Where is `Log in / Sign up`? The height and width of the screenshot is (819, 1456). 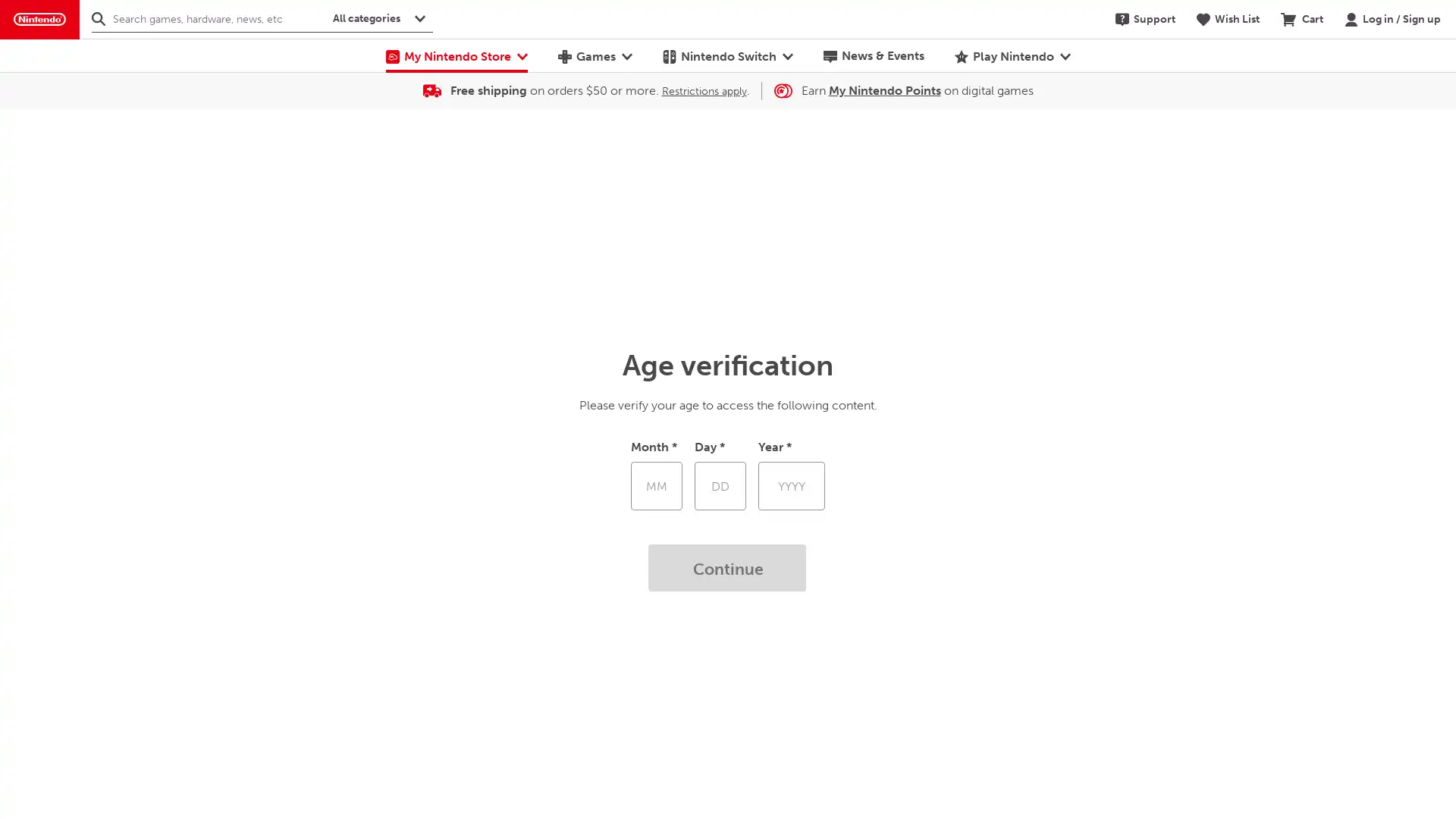
Log in / Sign up is located at coordinates (1392, 18).